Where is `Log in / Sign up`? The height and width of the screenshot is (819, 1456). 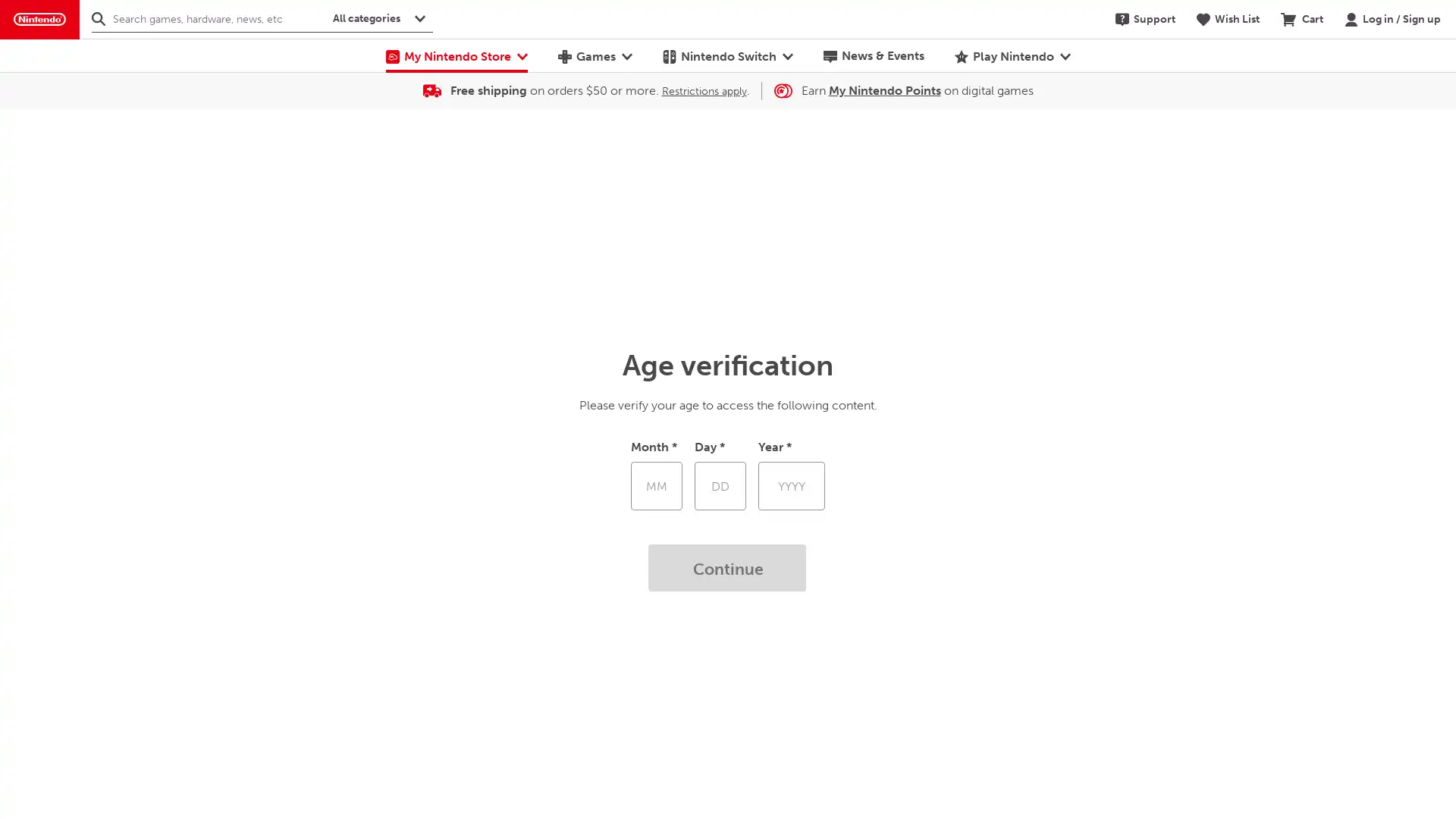
Log in / Sign up is located at coordinates (1392, 18).